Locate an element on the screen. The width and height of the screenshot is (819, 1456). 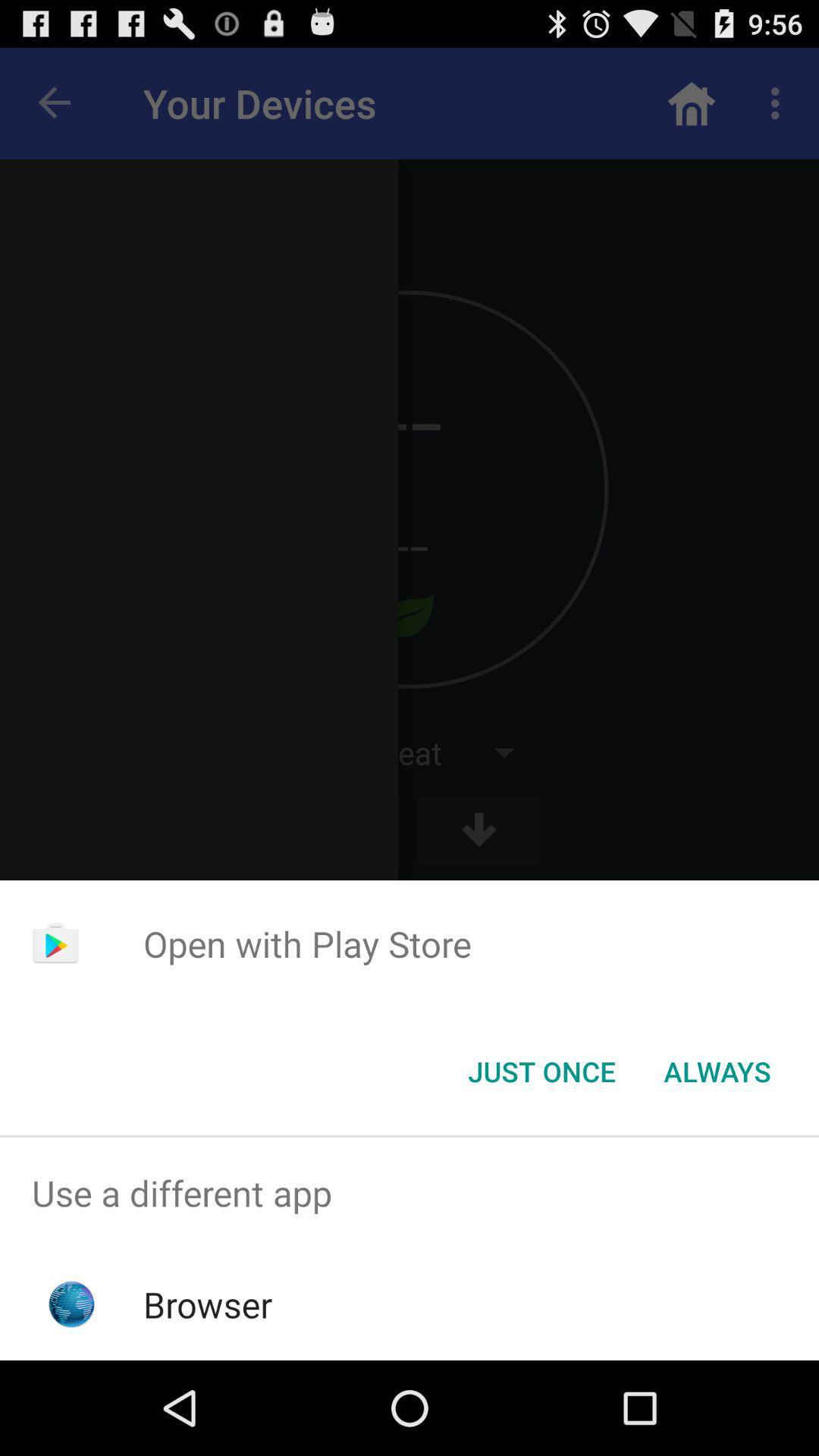
the always item is located at coordinates (717, 1070).